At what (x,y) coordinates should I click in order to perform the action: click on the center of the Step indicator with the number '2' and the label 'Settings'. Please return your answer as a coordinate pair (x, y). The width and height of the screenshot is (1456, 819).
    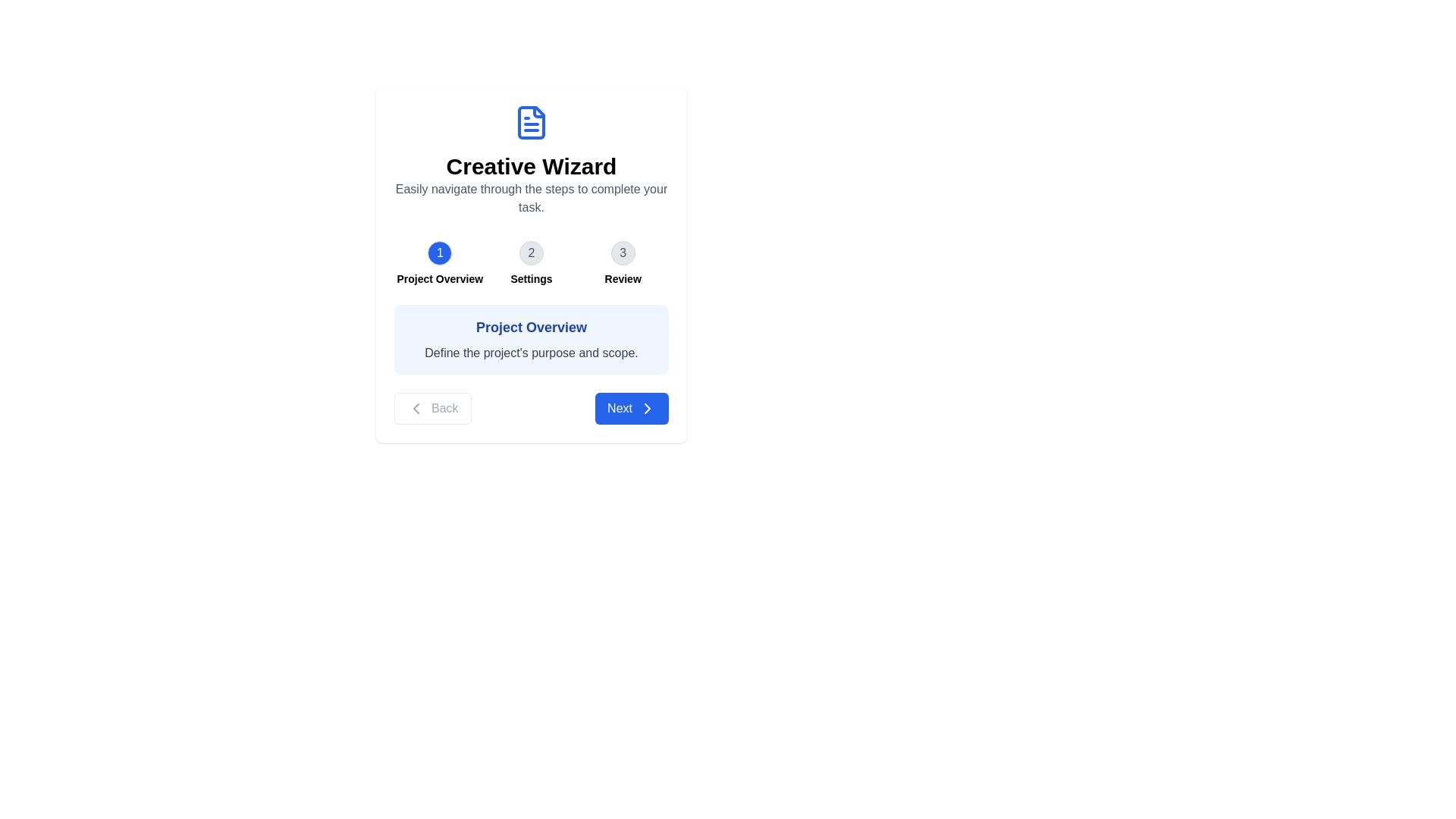
    Looking at the image, I should click on (531, 262).